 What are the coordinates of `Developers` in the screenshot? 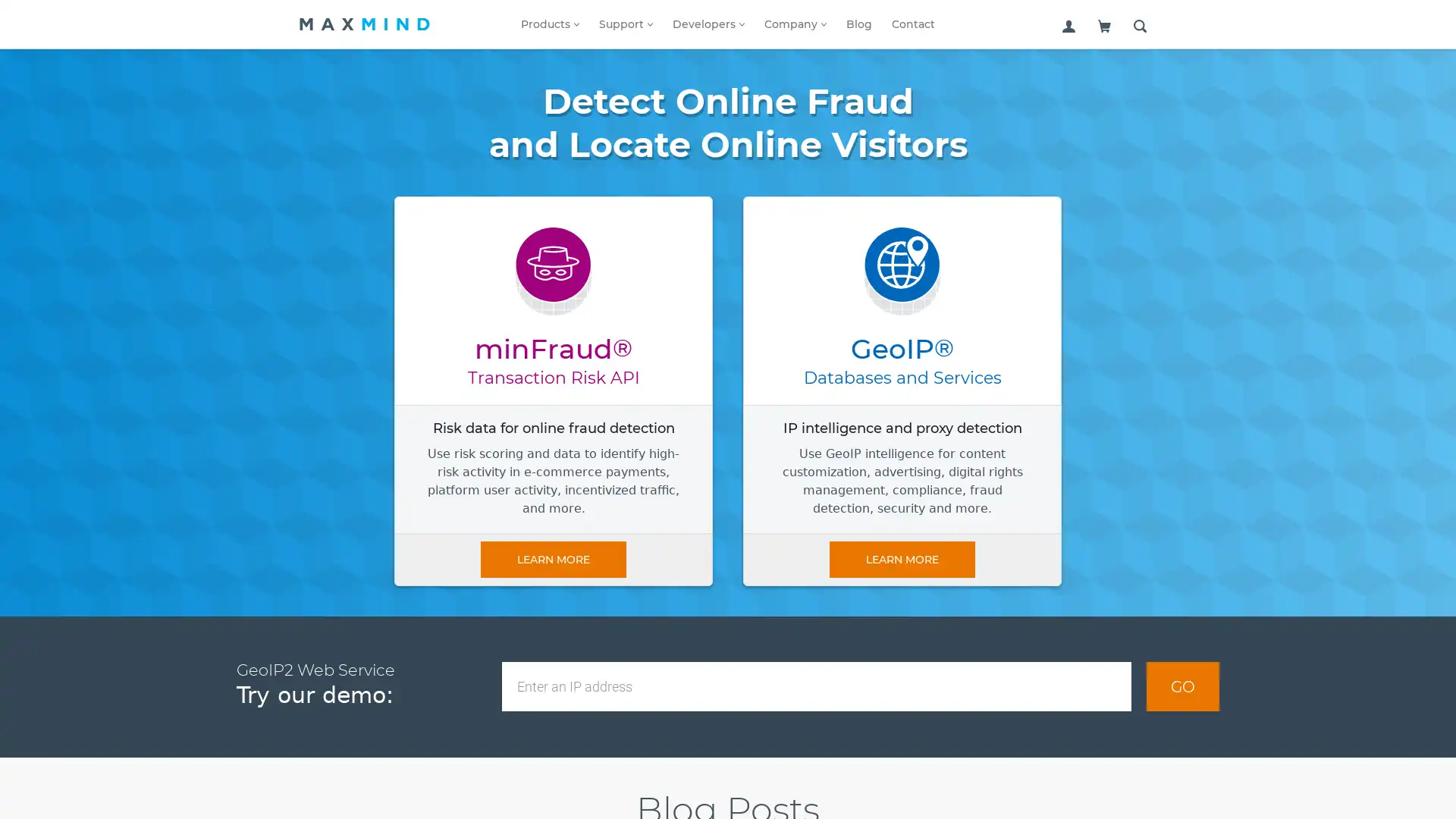 It's located at (708, 24).